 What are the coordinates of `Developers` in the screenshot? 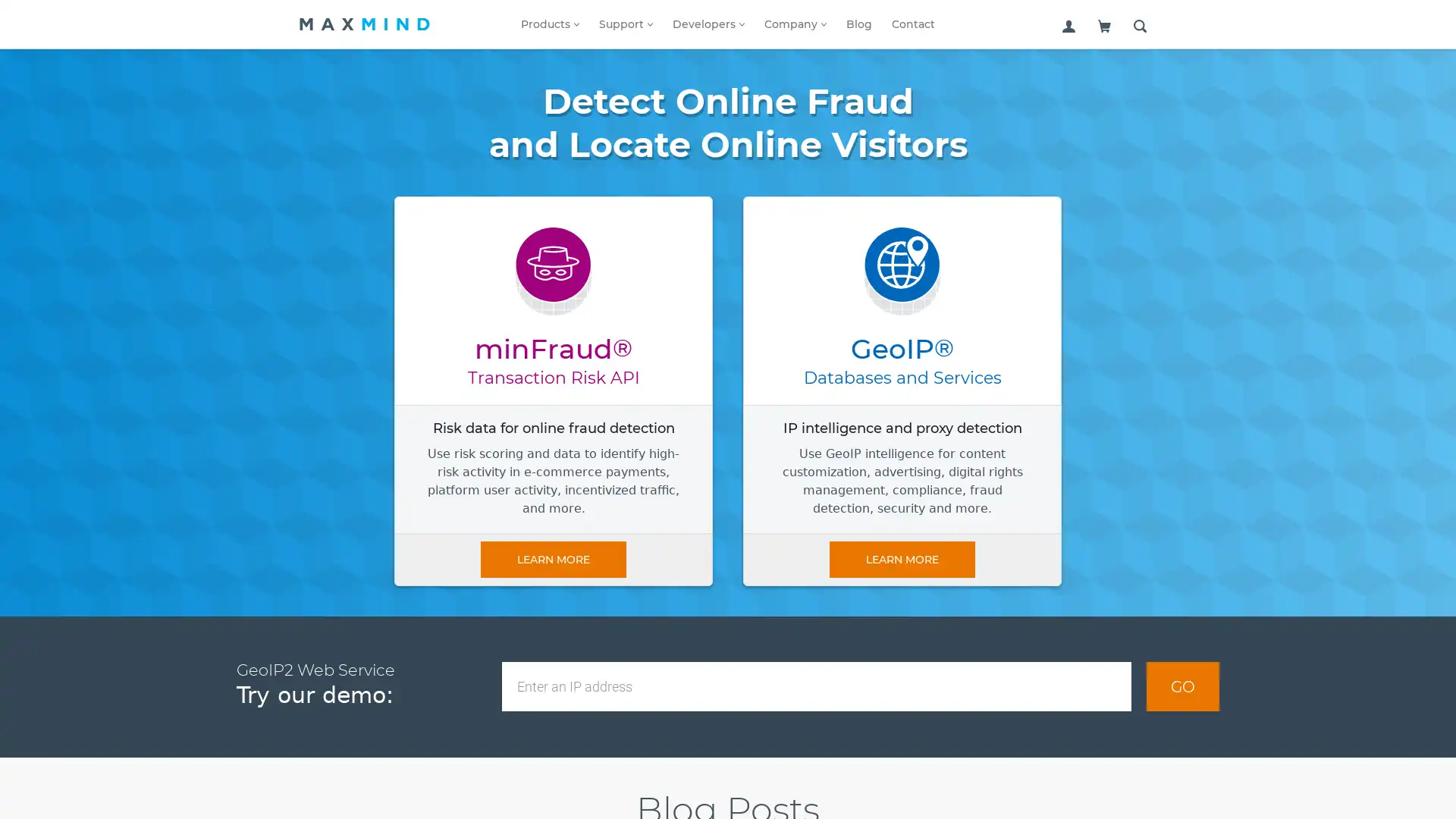 It's located at (708, 24).